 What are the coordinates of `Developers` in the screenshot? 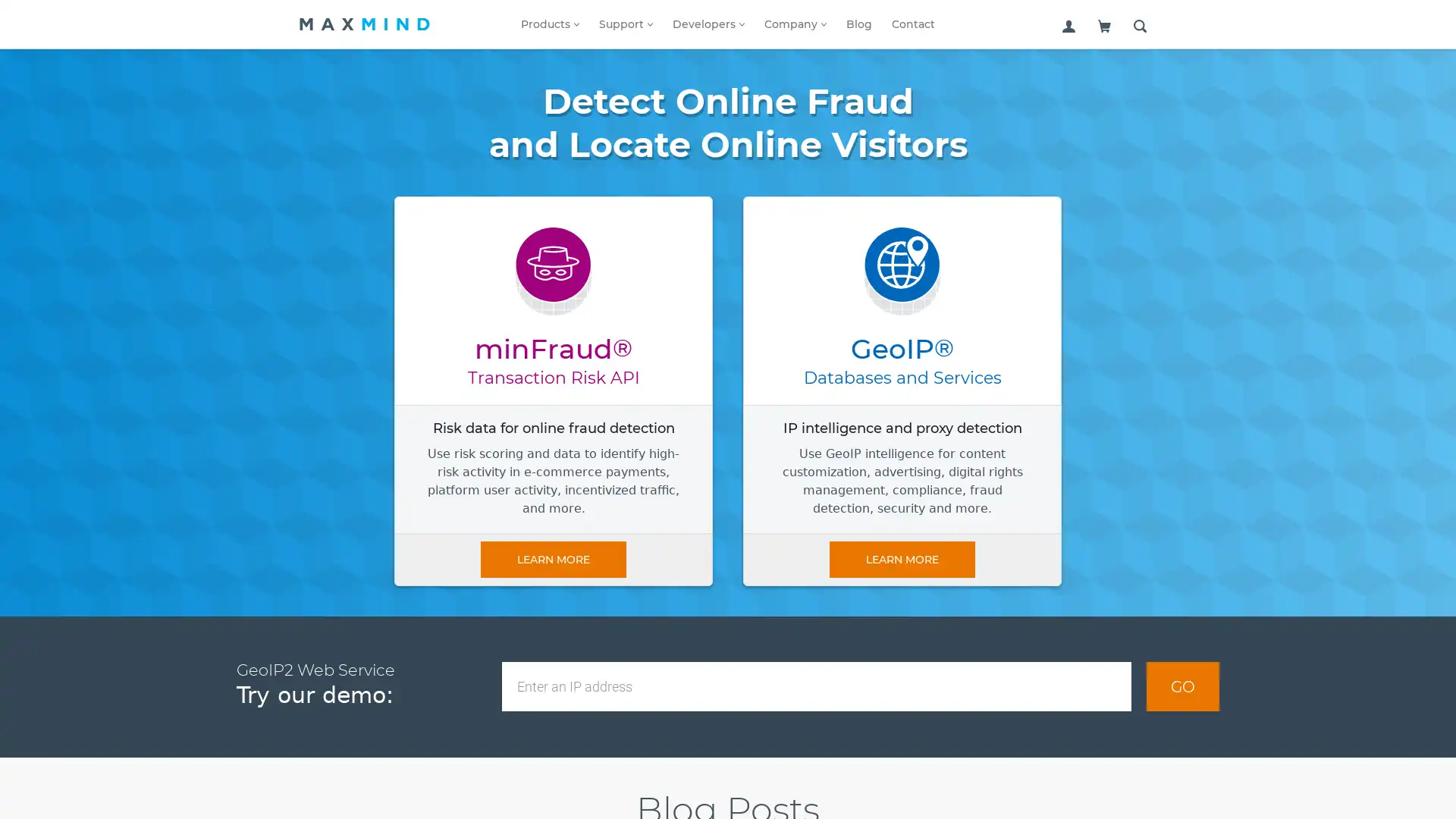 It's located at (708, 24).